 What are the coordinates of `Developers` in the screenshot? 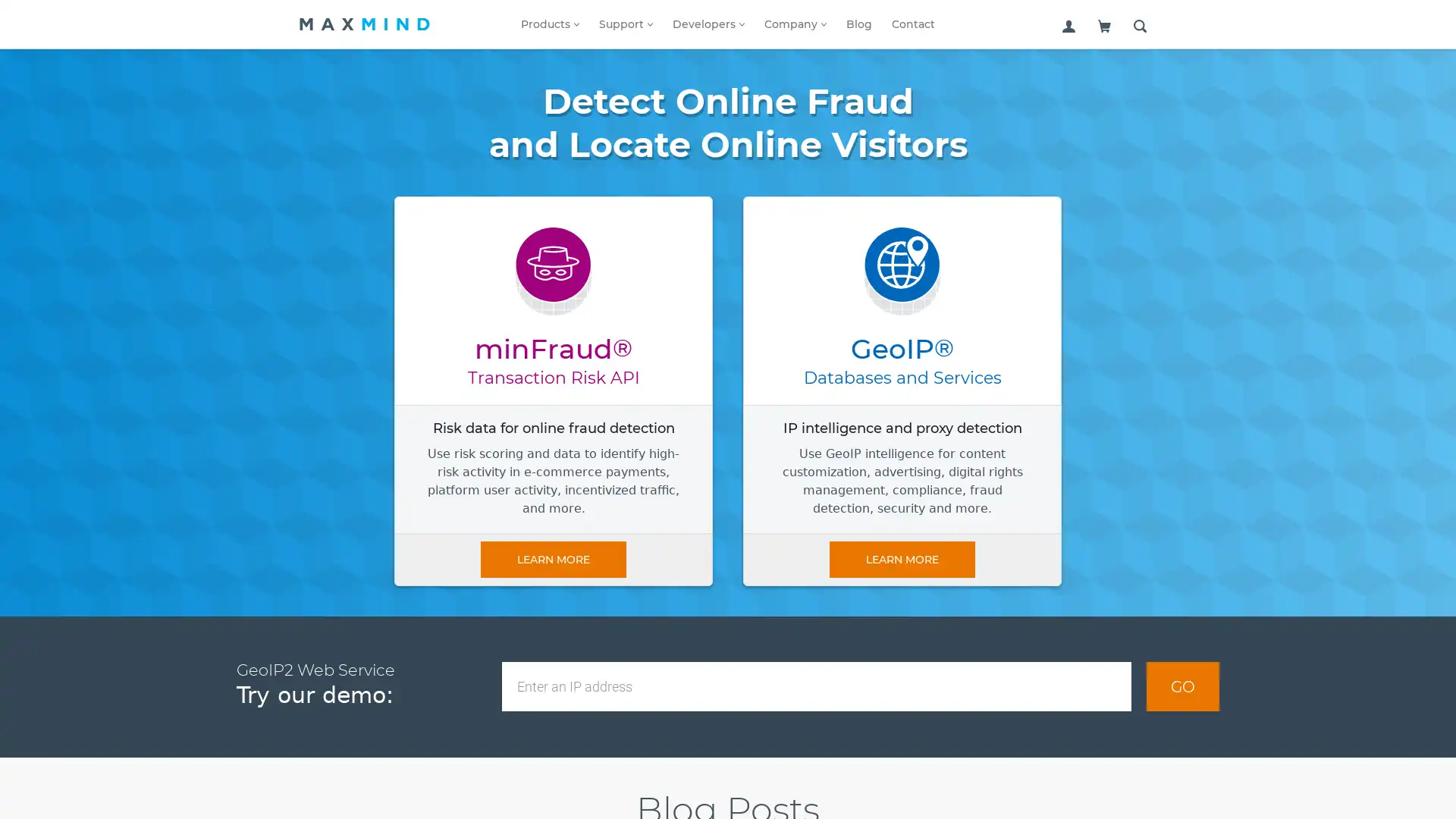 It's located at (708, 24).